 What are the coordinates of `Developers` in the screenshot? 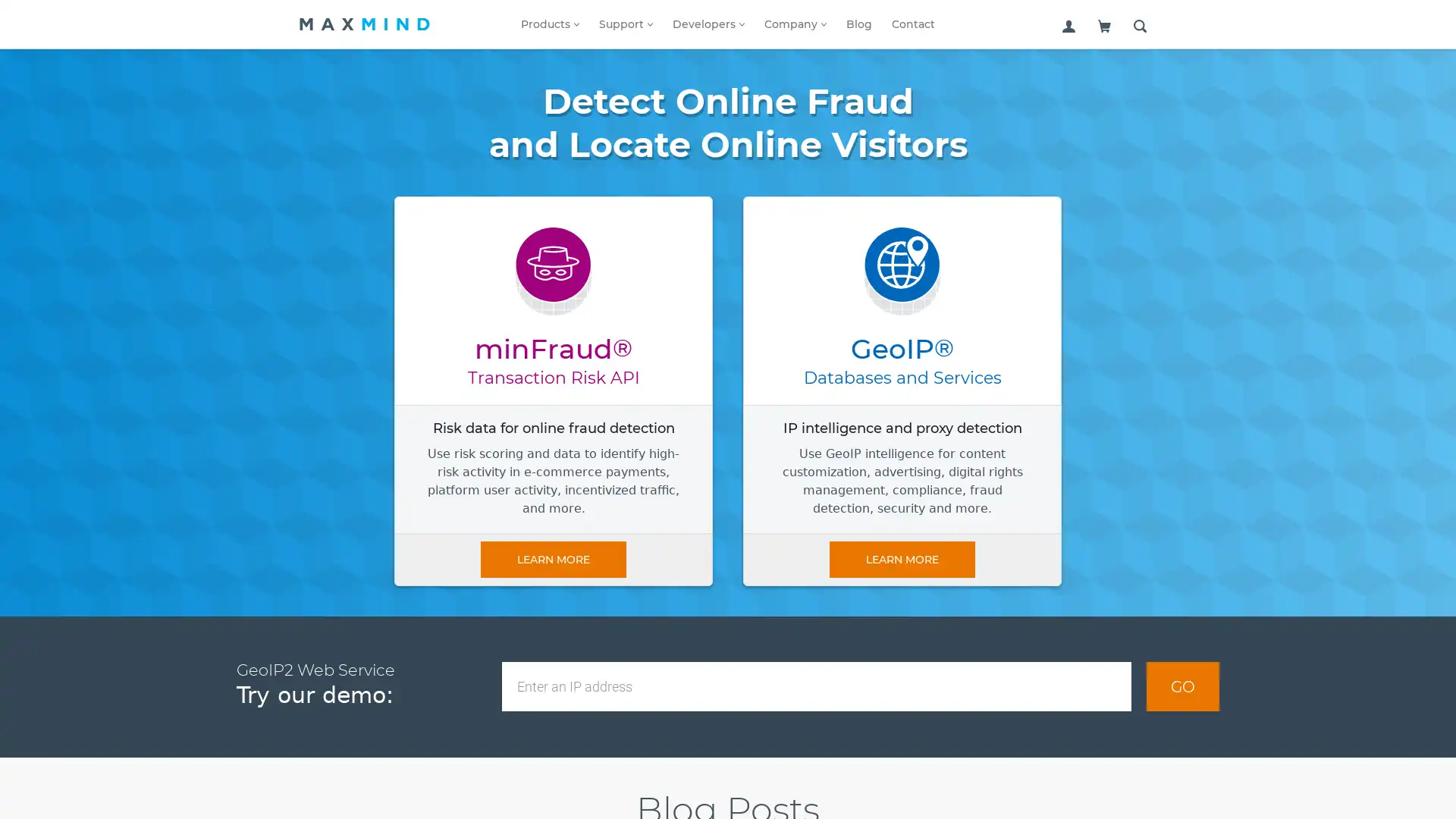 It's located at (708, 24).